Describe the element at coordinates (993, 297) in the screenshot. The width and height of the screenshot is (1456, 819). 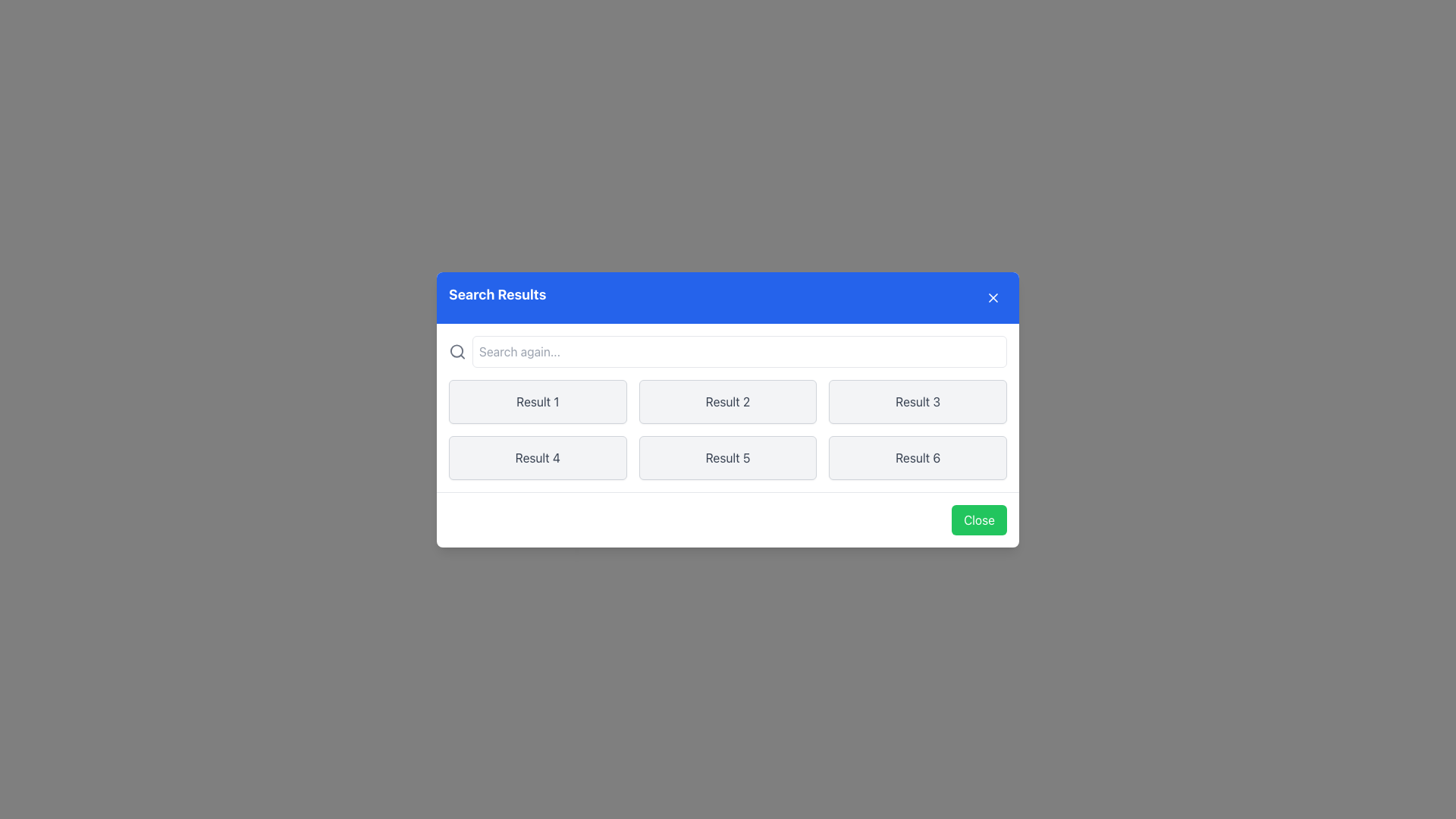
I see `the close button located on the far-right side of the blue header bar labeled 'Search Results'` at that location.